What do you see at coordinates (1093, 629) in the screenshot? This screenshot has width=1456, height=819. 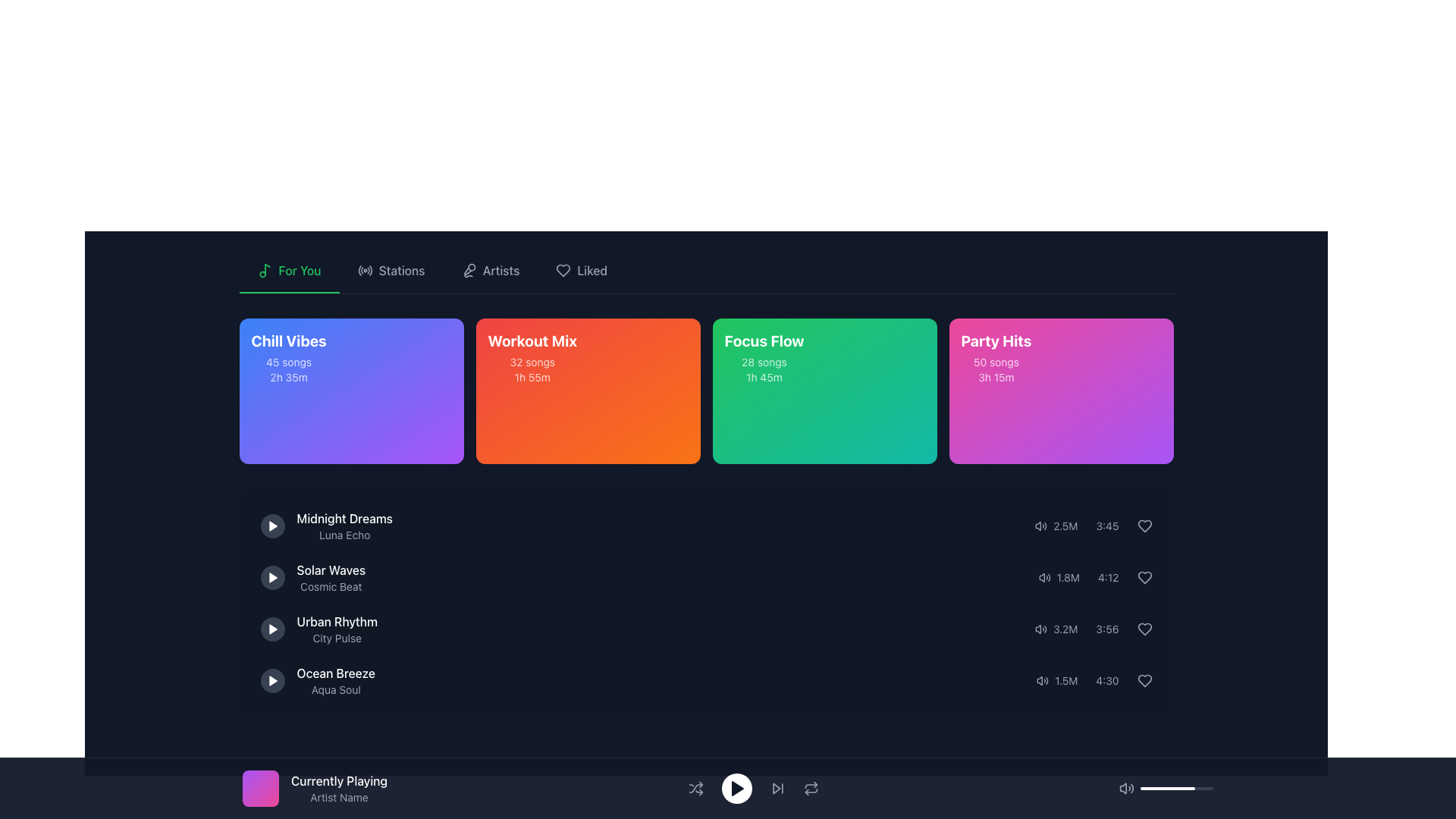 I see `the heart-shaped icon in the Metadata display row to like or unlike the audio item, which is the third item in the list of statistics and metadata for audio items` at bounding box center [1093, 629].